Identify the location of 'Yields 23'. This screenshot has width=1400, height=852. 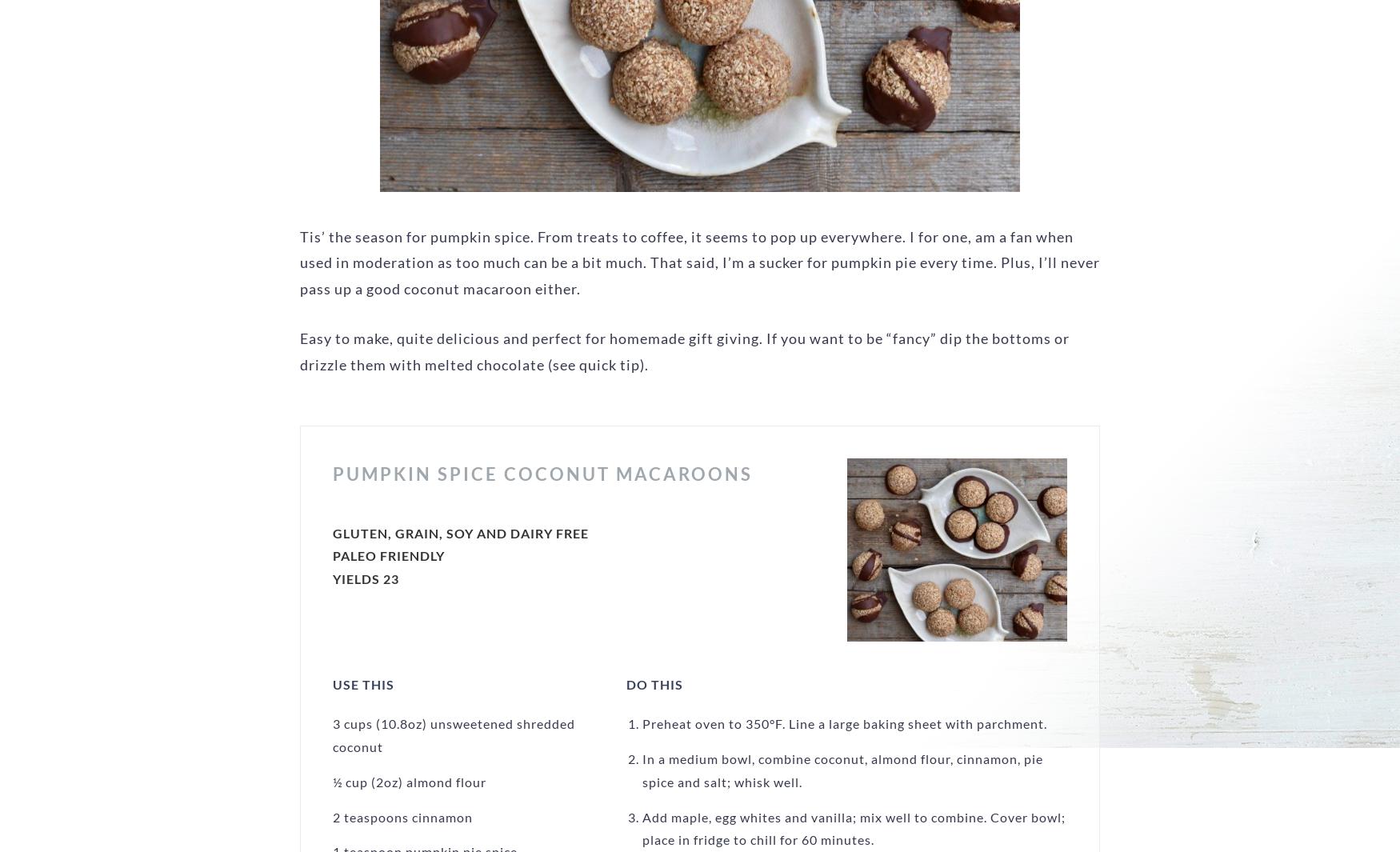
(366, 578).